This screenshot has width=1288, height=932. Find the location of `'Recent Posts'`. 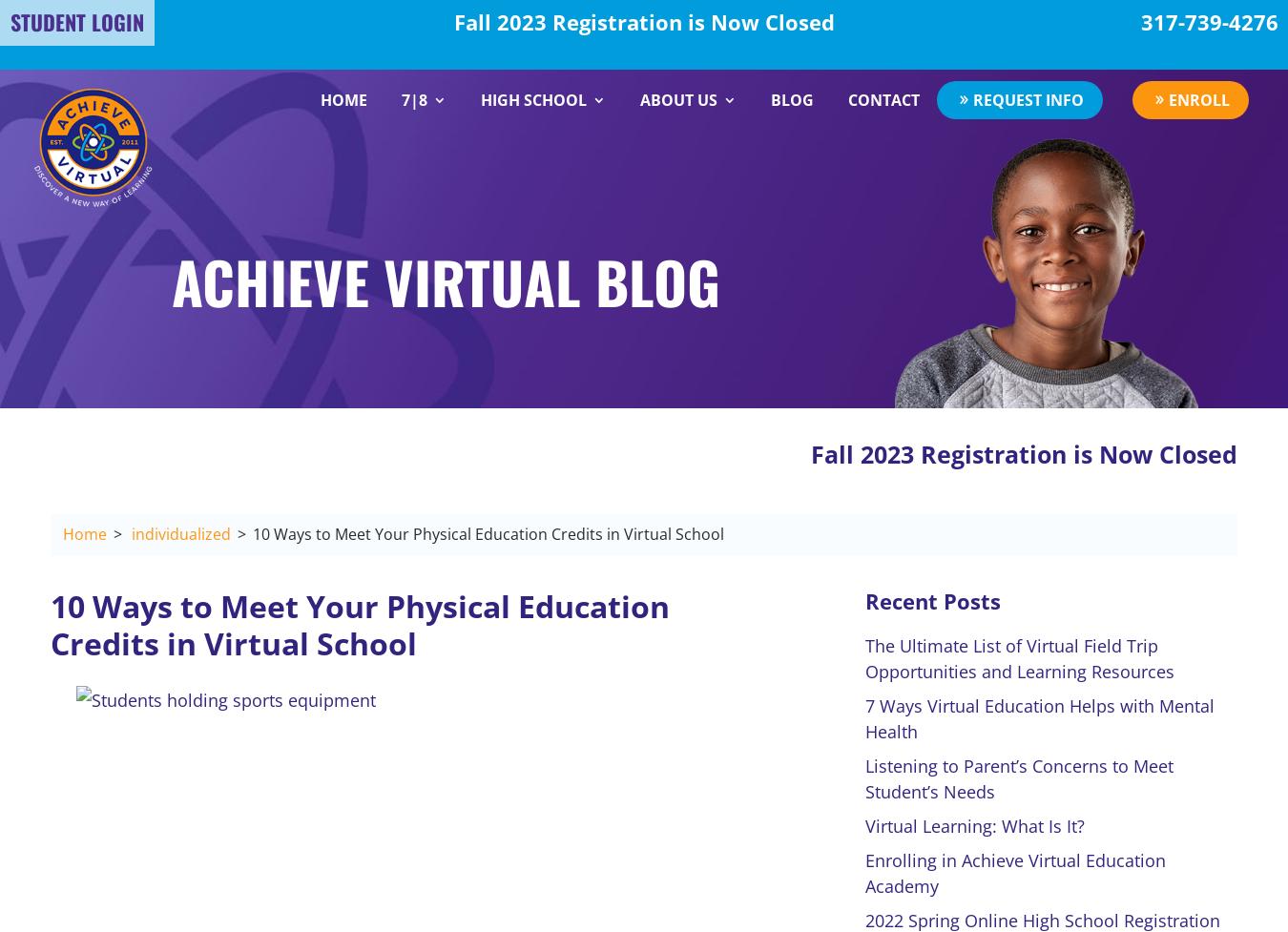

'Recent Posts' is located at coordinates (931, 599).